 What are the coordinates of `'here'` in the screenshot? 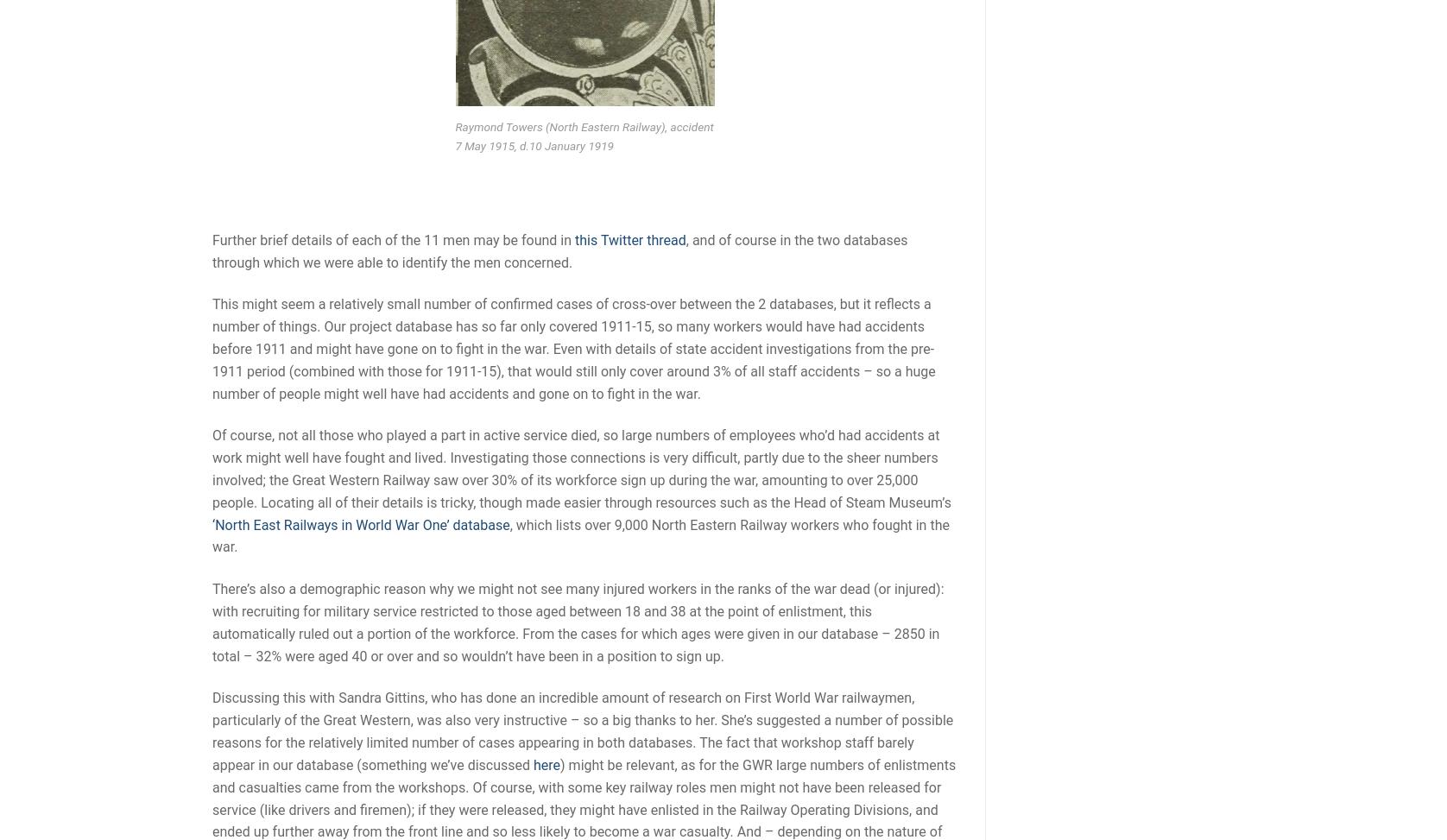 It's located at (546, 764).